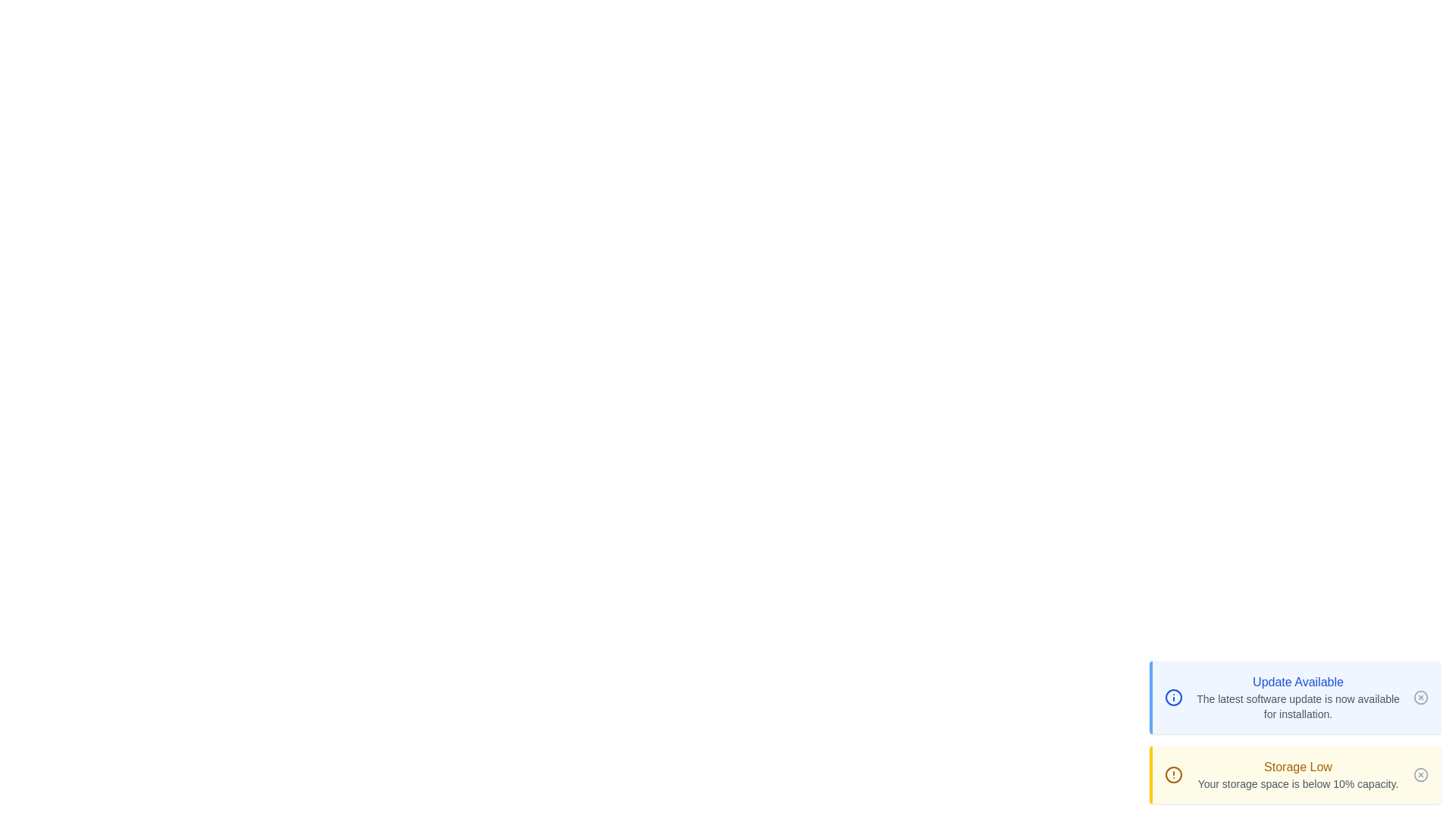 The height and width of the screenshot is (819, 1456). Describe the element at coordinates (1294, 698) in the screenshot. I see `the notification container to focus it` at that location.